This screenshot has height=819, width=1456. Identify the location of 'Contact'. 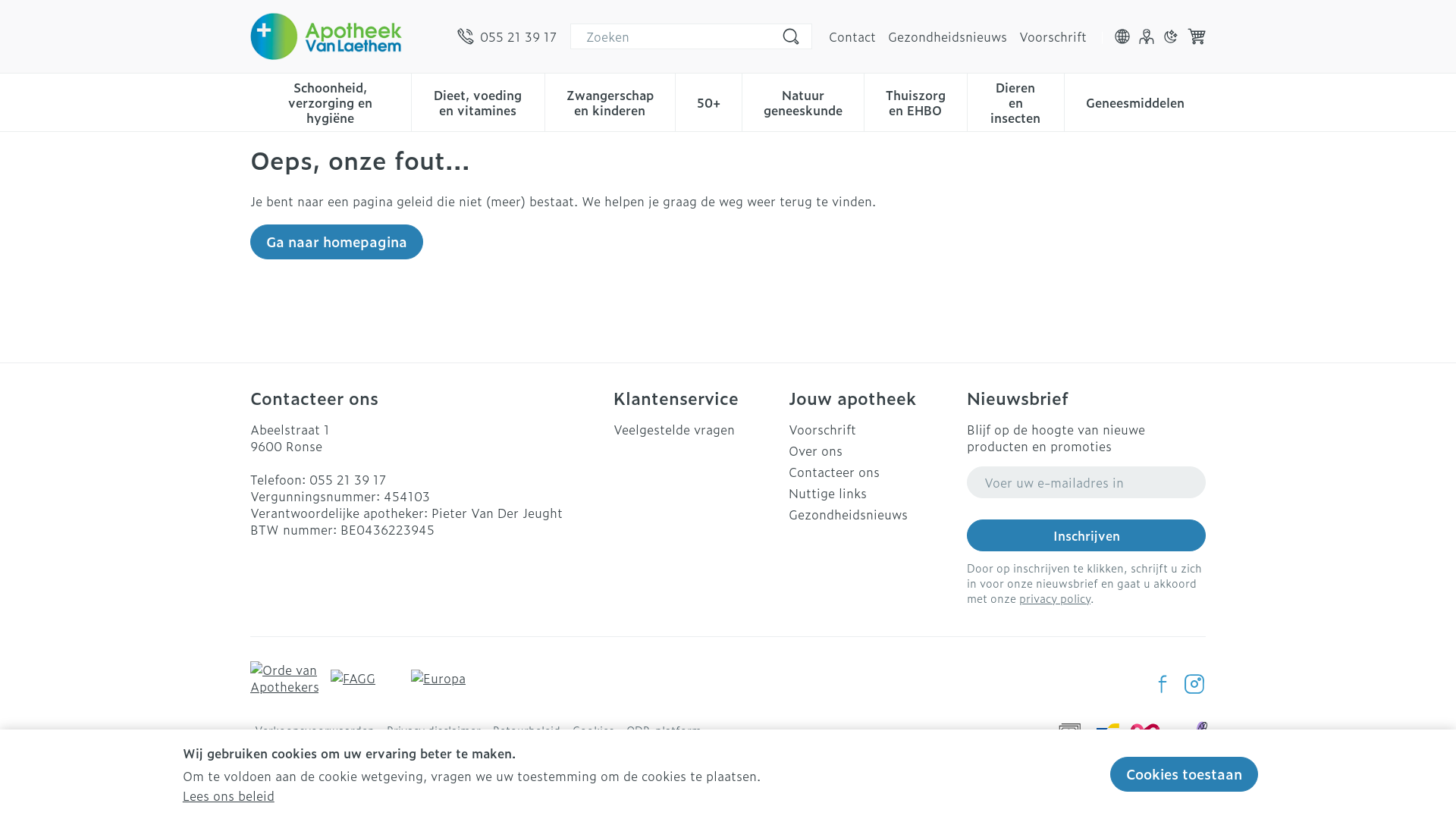
(852, 35).